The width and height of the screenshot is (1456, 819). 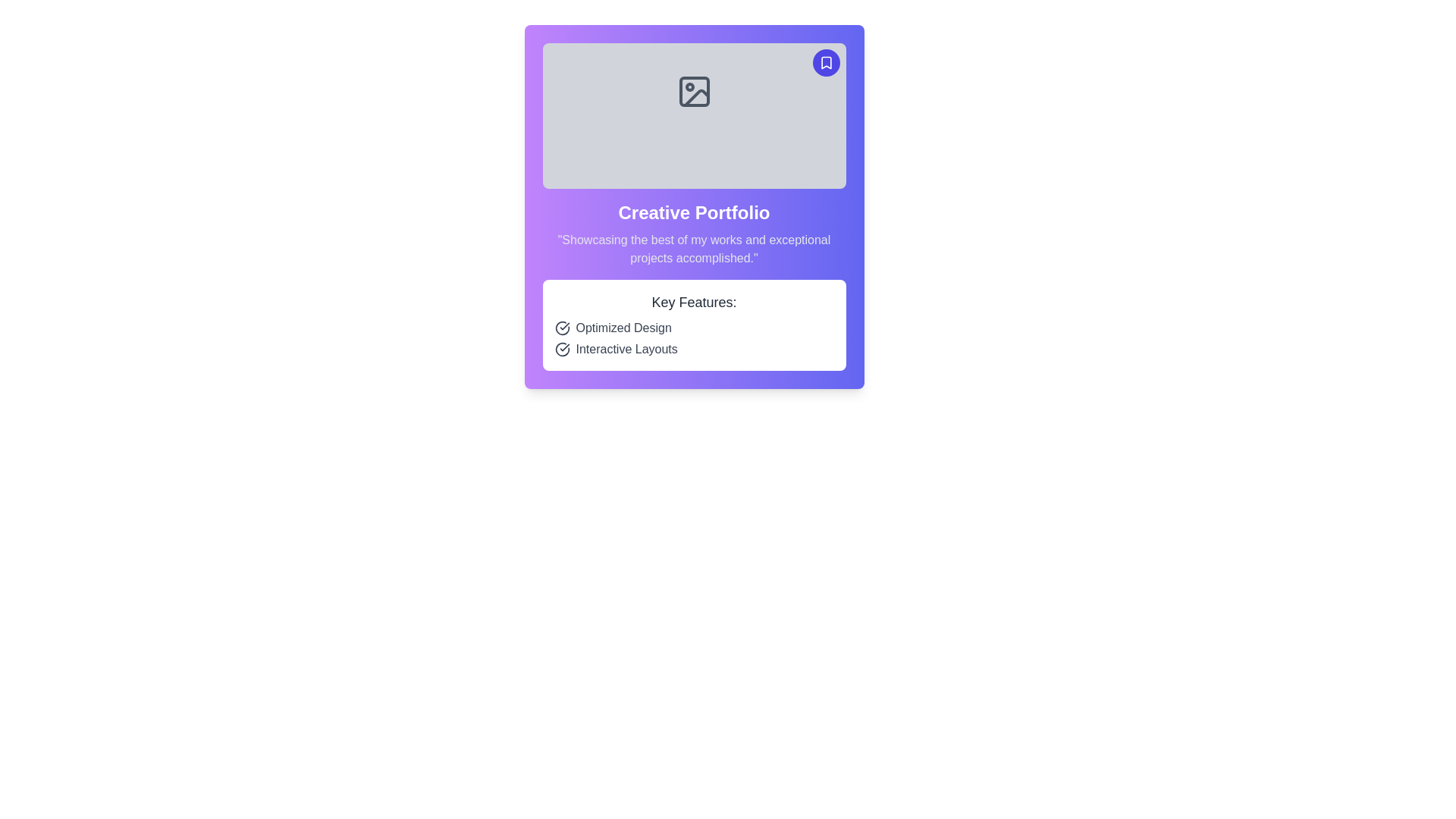 I want to click on the Text Label that serves as a heading for the section above the list of key points such as 'Optimized Design' and 'Interactive Layouts', so click(x=693, y=302).